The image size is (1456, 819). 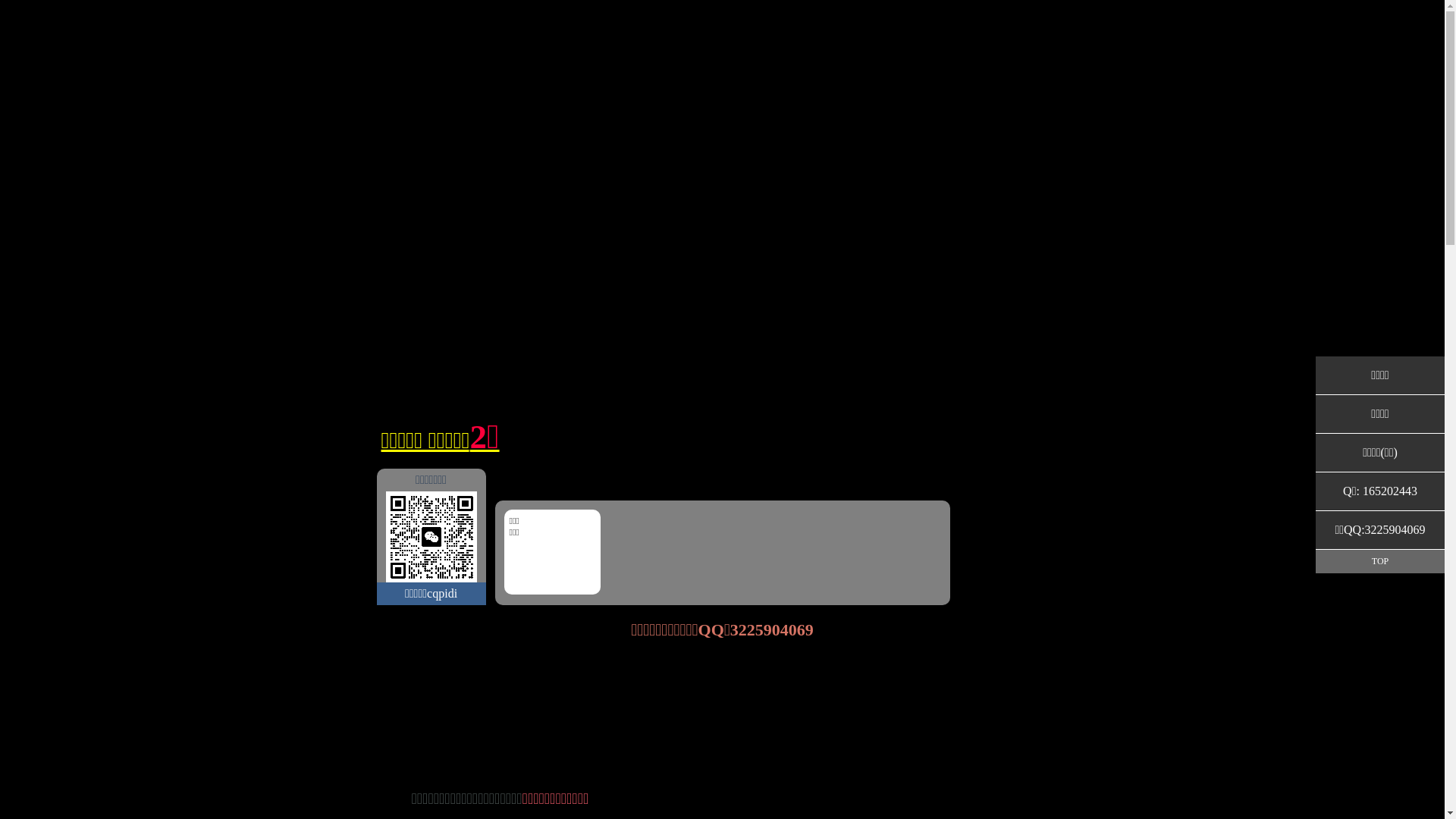 I want to click on 'TOP', so click(x=1379, y=561).